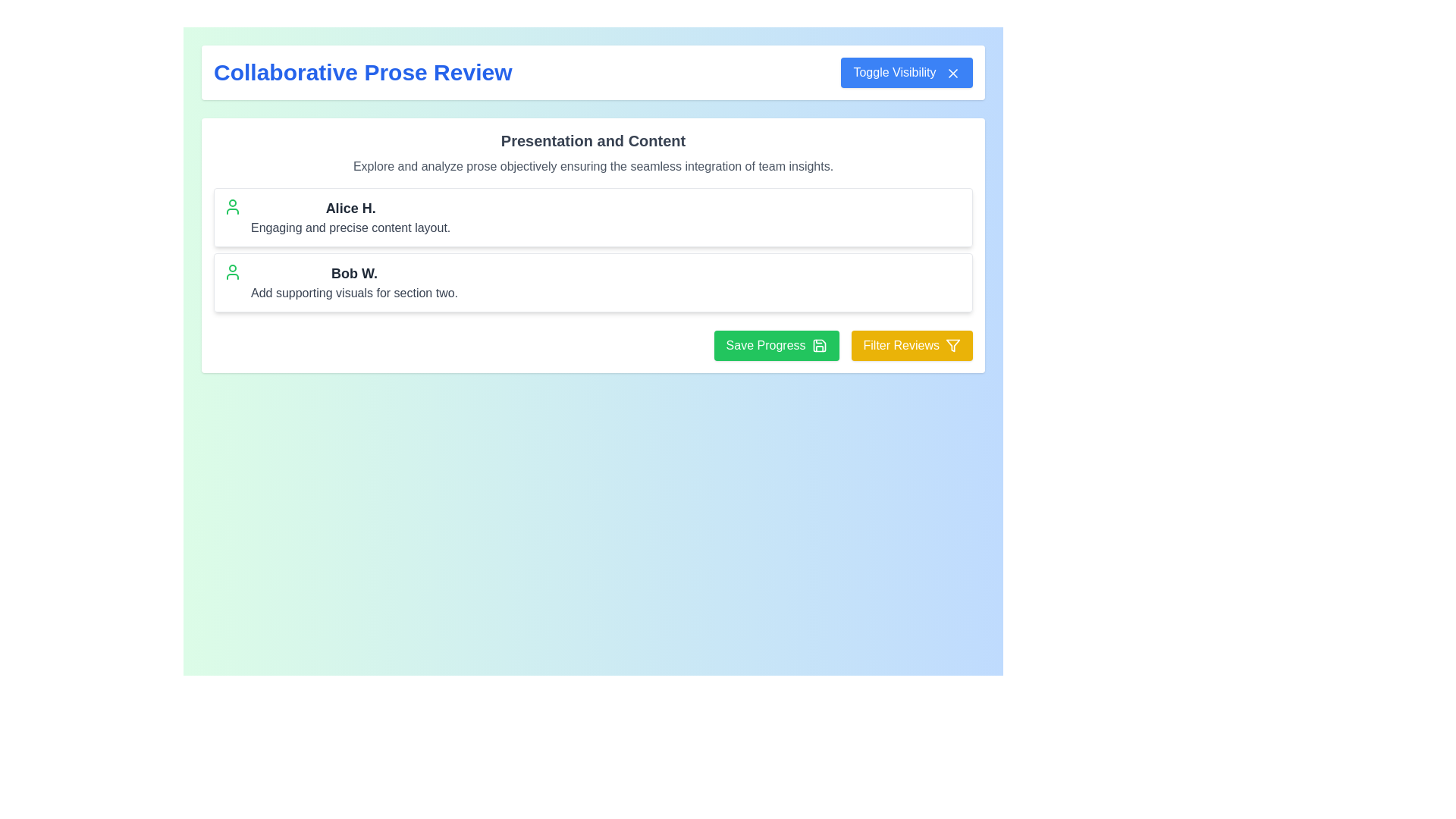 The image size is (1456, 819). Describe the element at coordinates (362, 73) in the screenshot. I see `the Text Label displaying 'Collaborative Prose Review' in a large, bold blue font, located in the upper-left corner of the page above the 'Toggle Visibility' button` at that location.